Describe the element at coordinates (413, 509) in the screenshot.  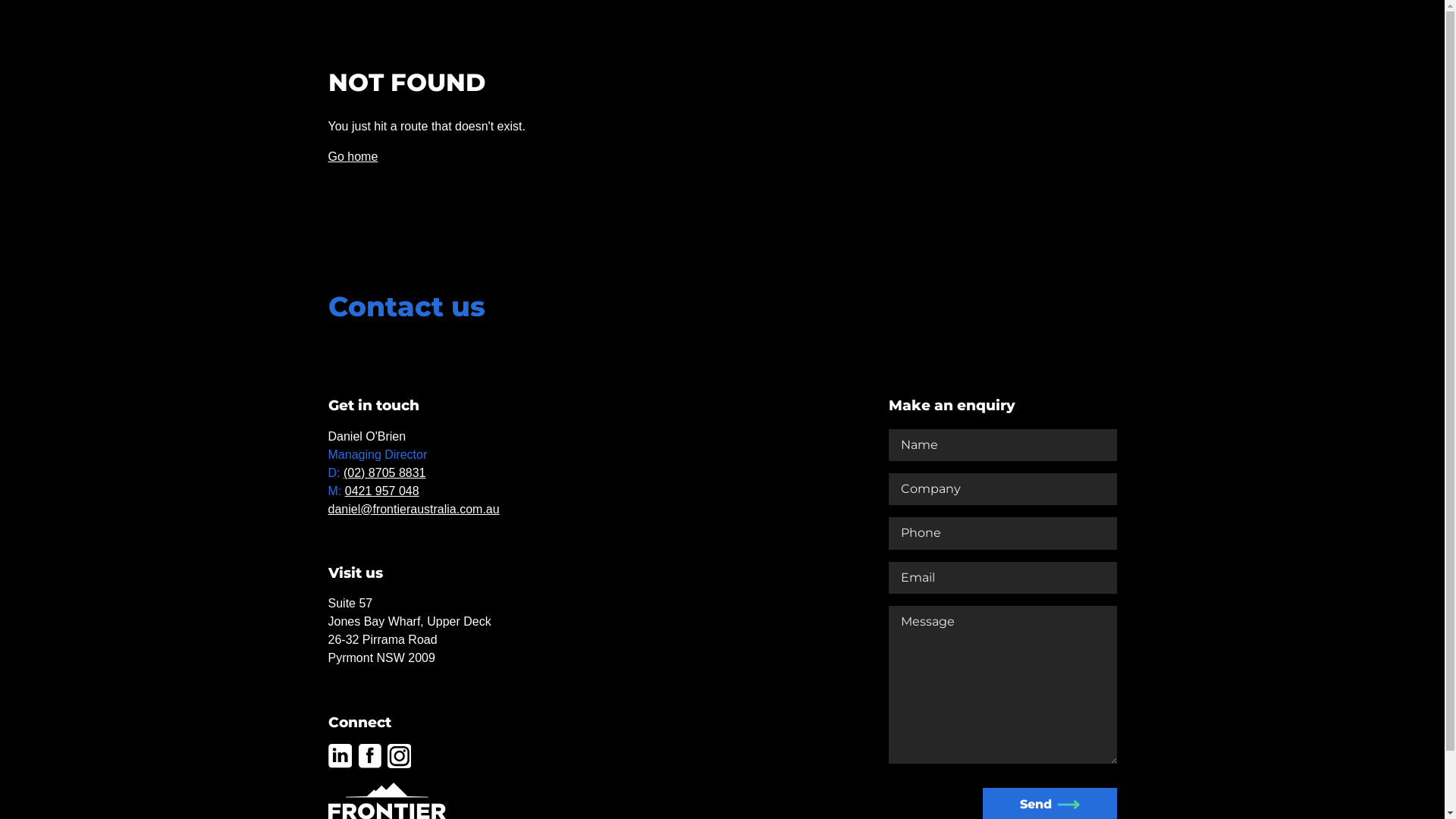
I see `'daniel@frontieraustralia.com.au'` at that location.